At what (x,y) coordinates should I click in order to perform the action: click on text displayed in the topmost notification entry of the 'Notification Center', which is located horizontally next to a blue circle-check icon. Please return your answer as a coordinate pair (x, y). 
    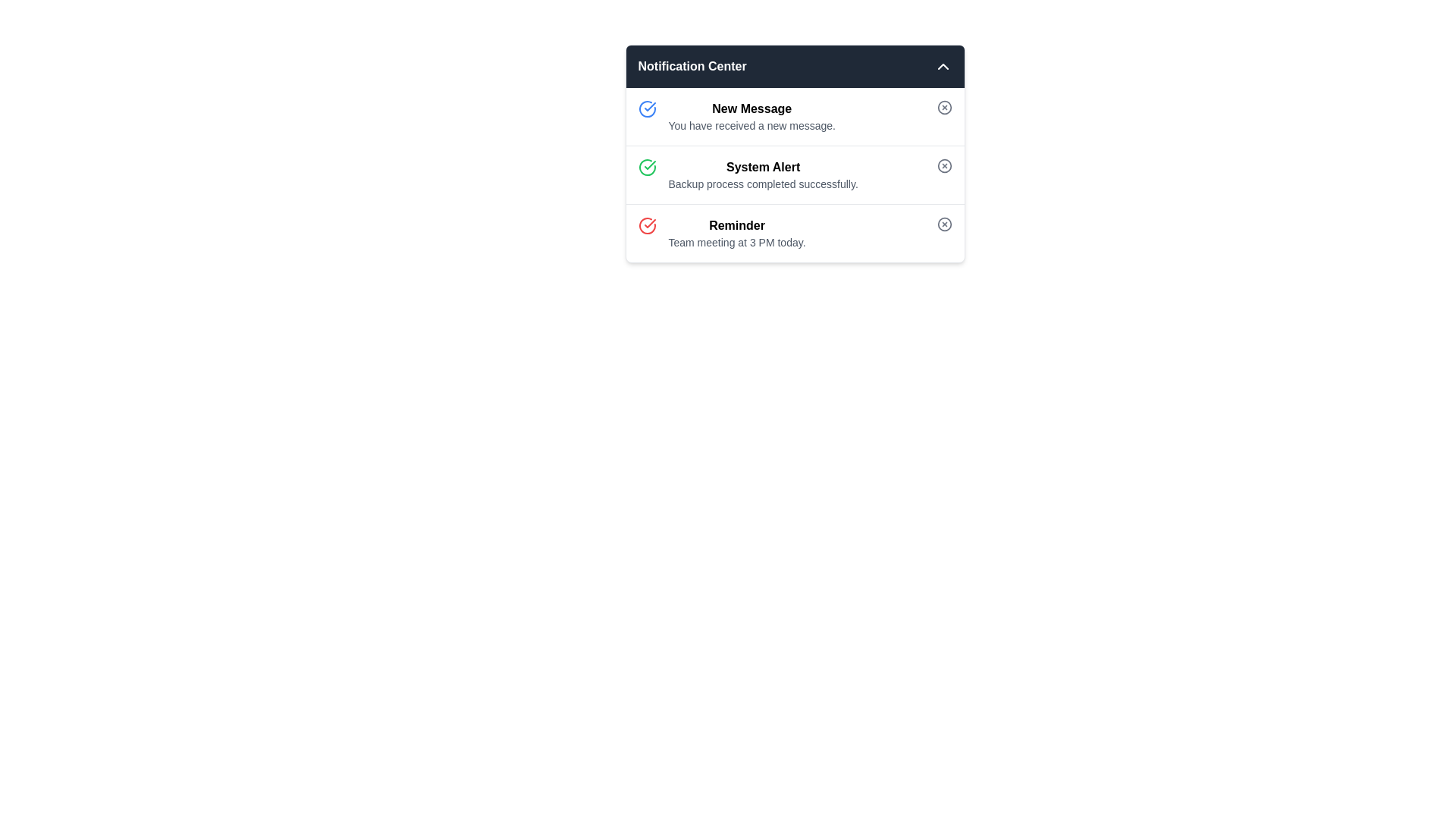
    Looking at the image, I should click on (752, 116).